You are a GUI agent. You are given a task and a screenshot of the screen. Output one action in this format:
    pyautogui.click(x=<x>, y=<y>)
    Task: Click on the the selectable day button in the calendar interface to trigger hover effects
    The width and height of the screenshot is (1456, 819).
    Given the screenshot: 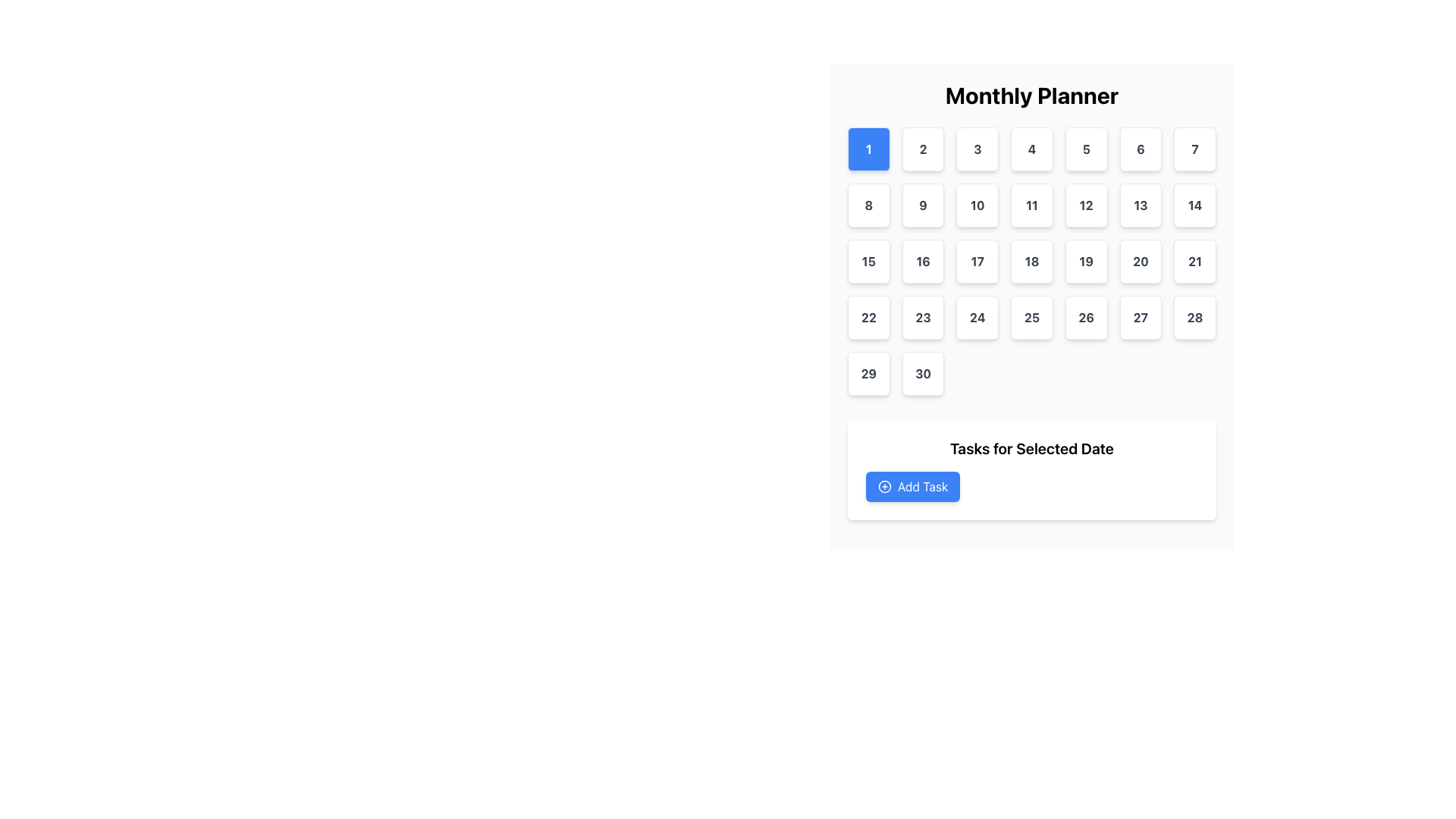 What is the action you would take?
    pyautogui.click(x=922, y=374)
    